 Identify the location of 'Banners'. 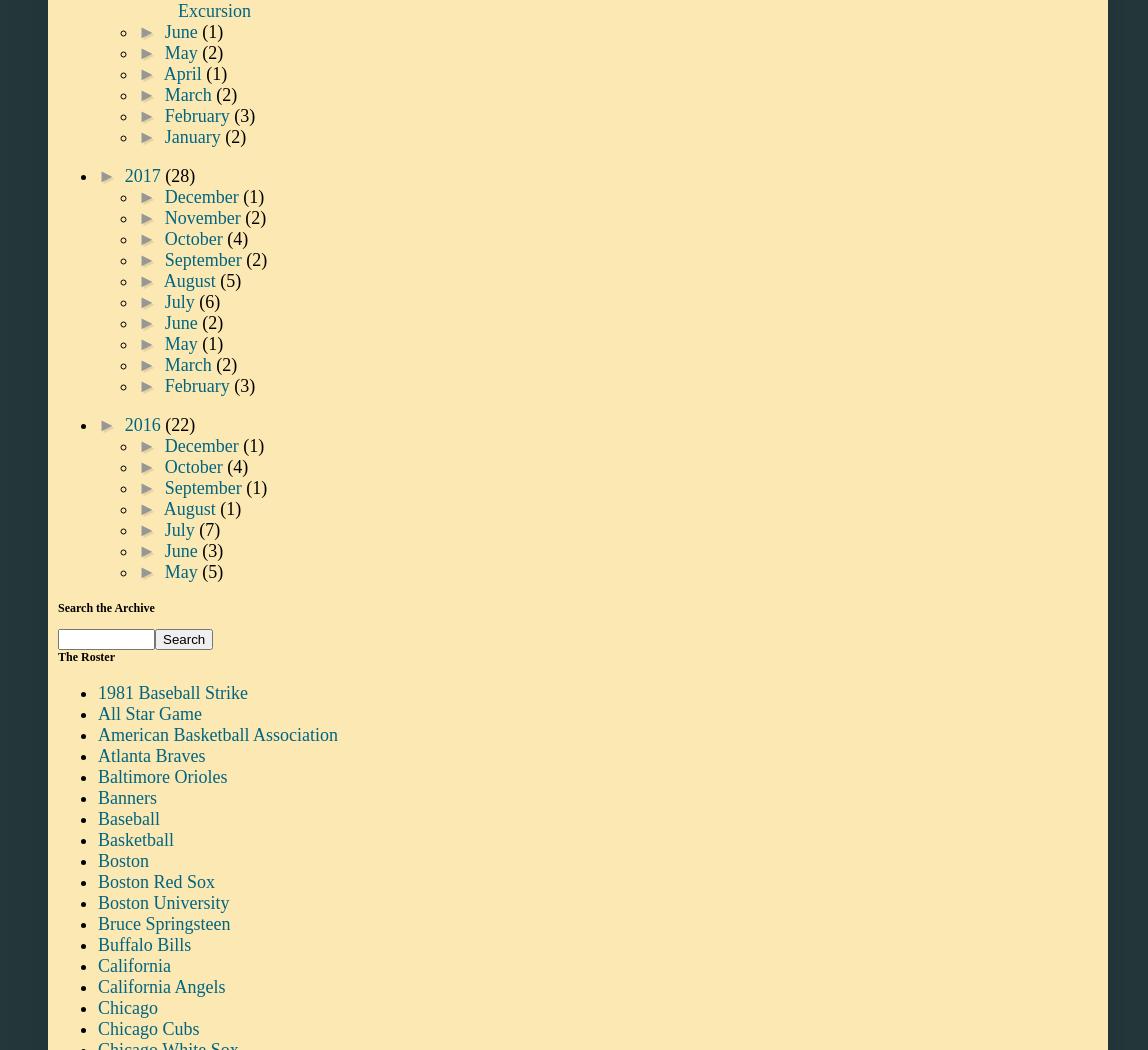
(126, 795).